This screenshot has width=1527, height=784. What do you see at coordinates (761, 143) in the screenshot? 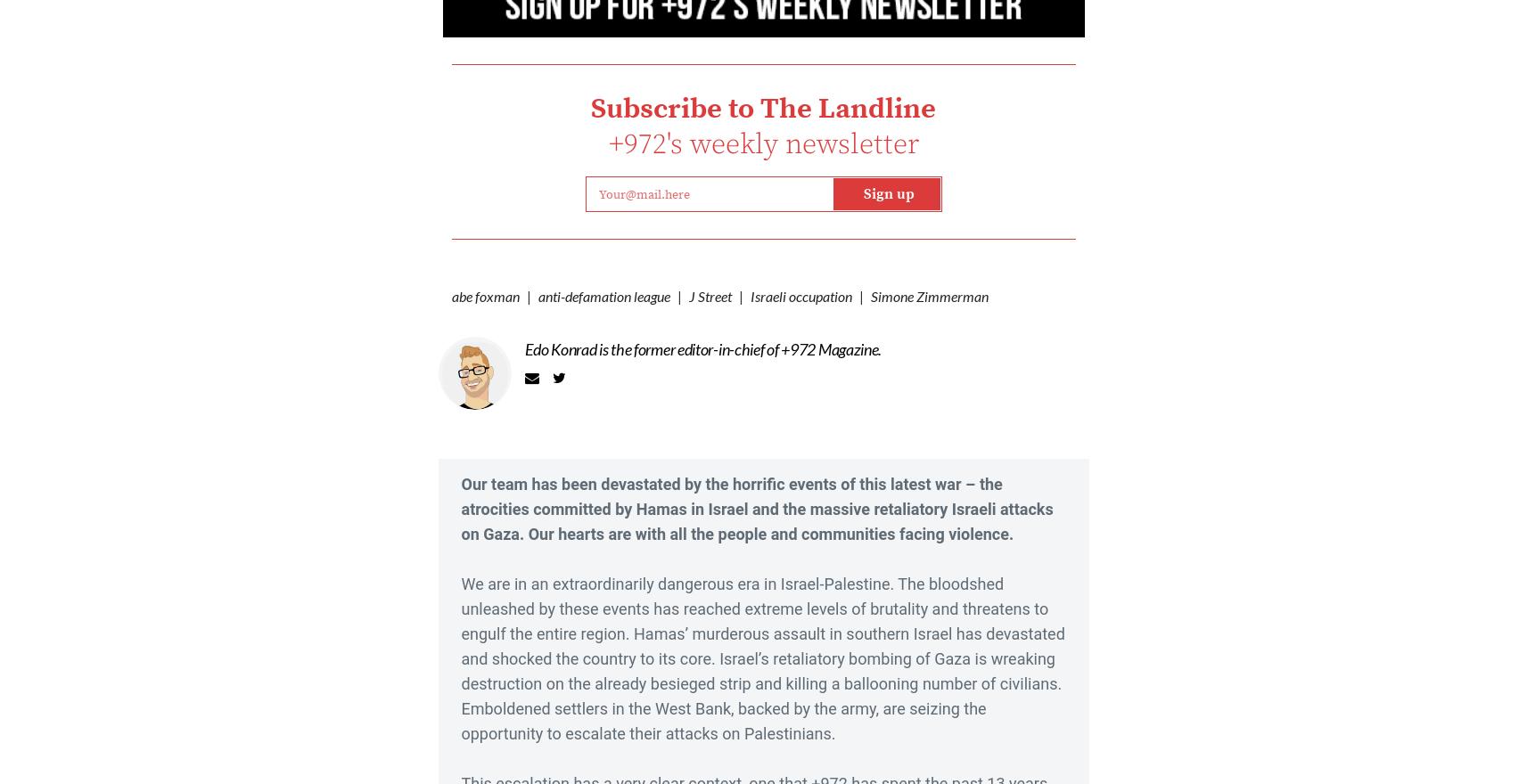
I see `'+972's weekly newsletter'` at bounding box center [761, 143].